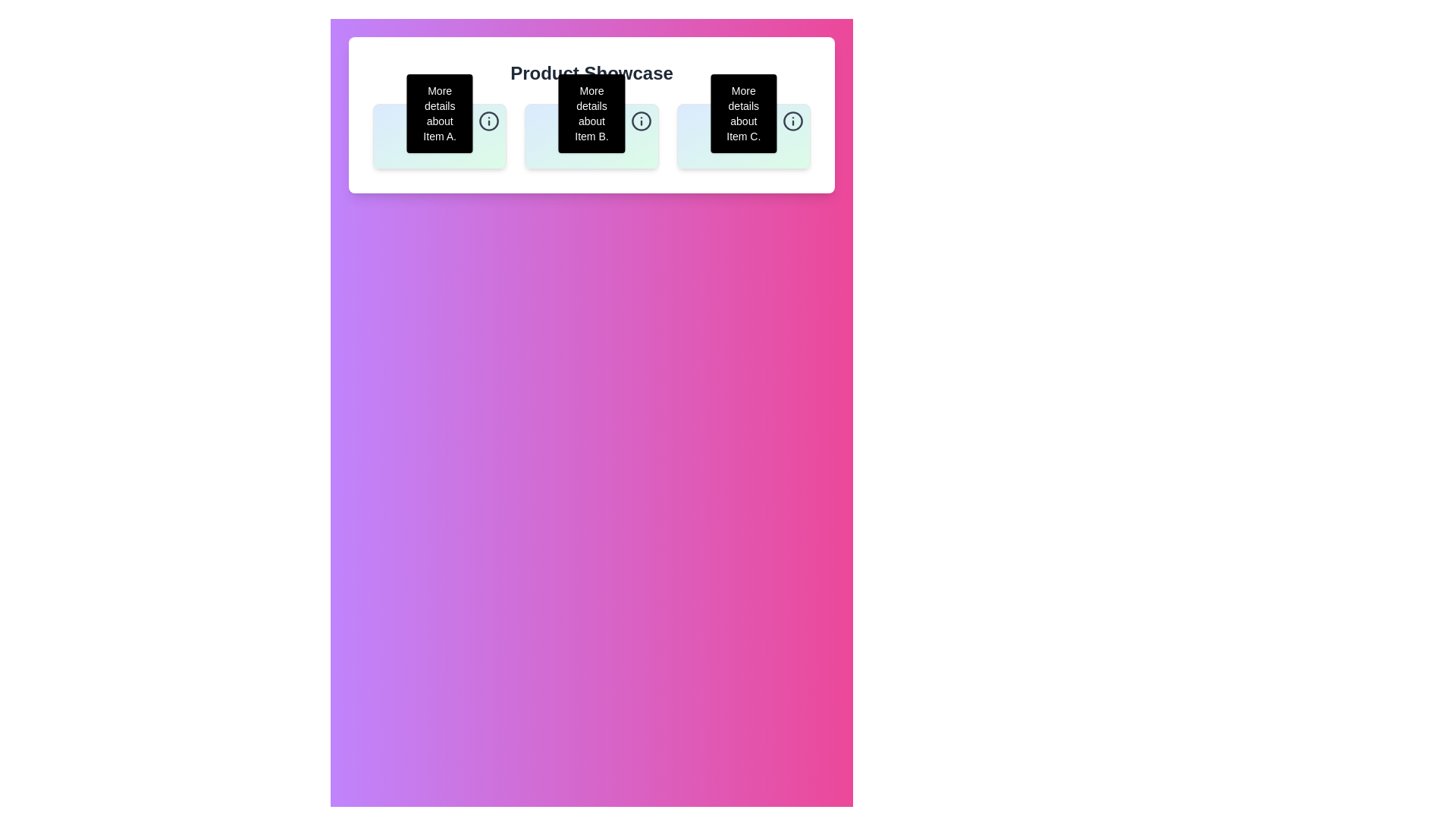 The image size is (1456, 819). I want to click on the information icon located in the top-right corner of the 'Item B' card, so click(641, 120).